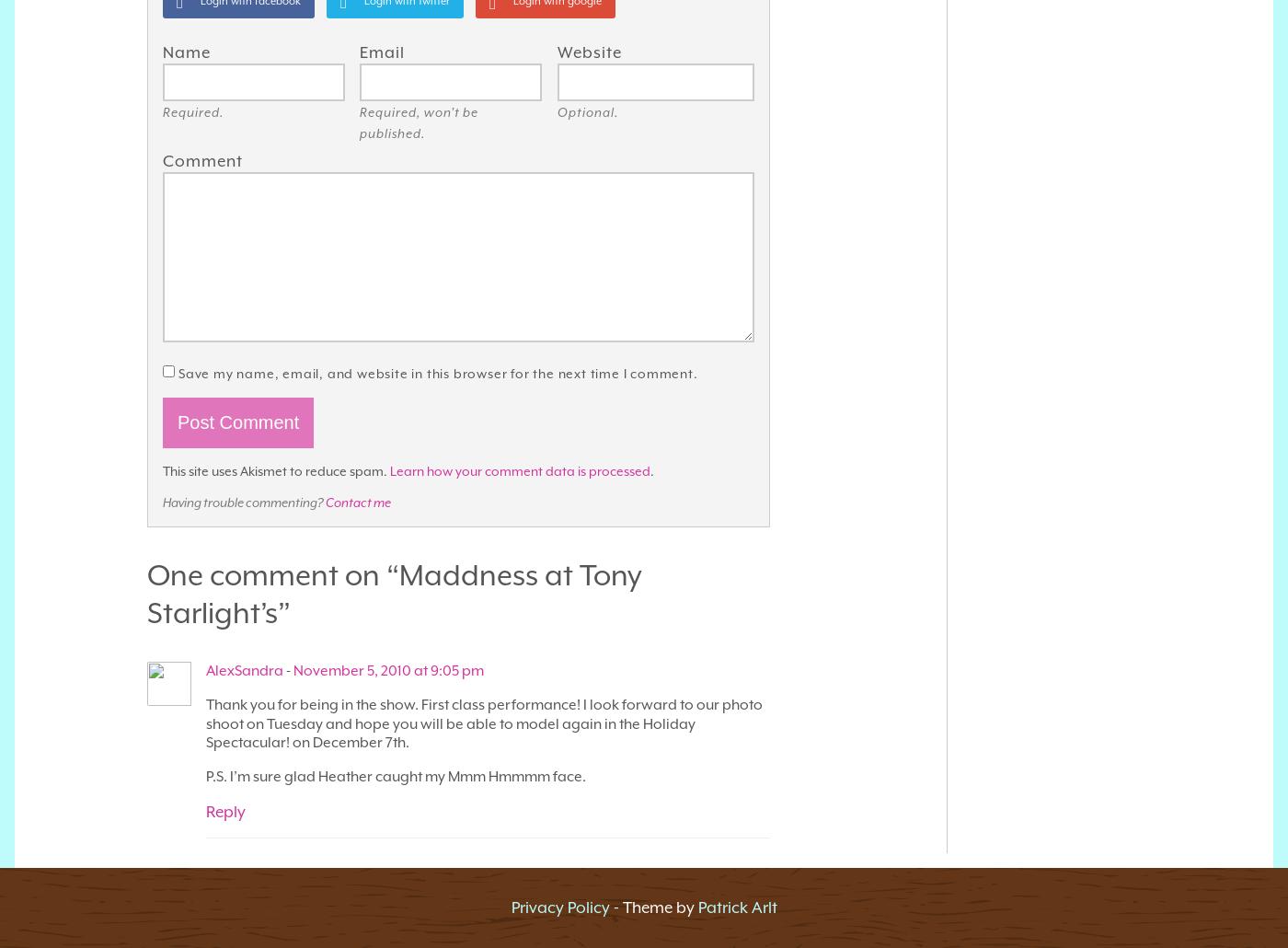  What do you see at coordinates (244, 503) in the screenshot?
I see `'Having trouble commenting?'` at bounding box center [244, 503].